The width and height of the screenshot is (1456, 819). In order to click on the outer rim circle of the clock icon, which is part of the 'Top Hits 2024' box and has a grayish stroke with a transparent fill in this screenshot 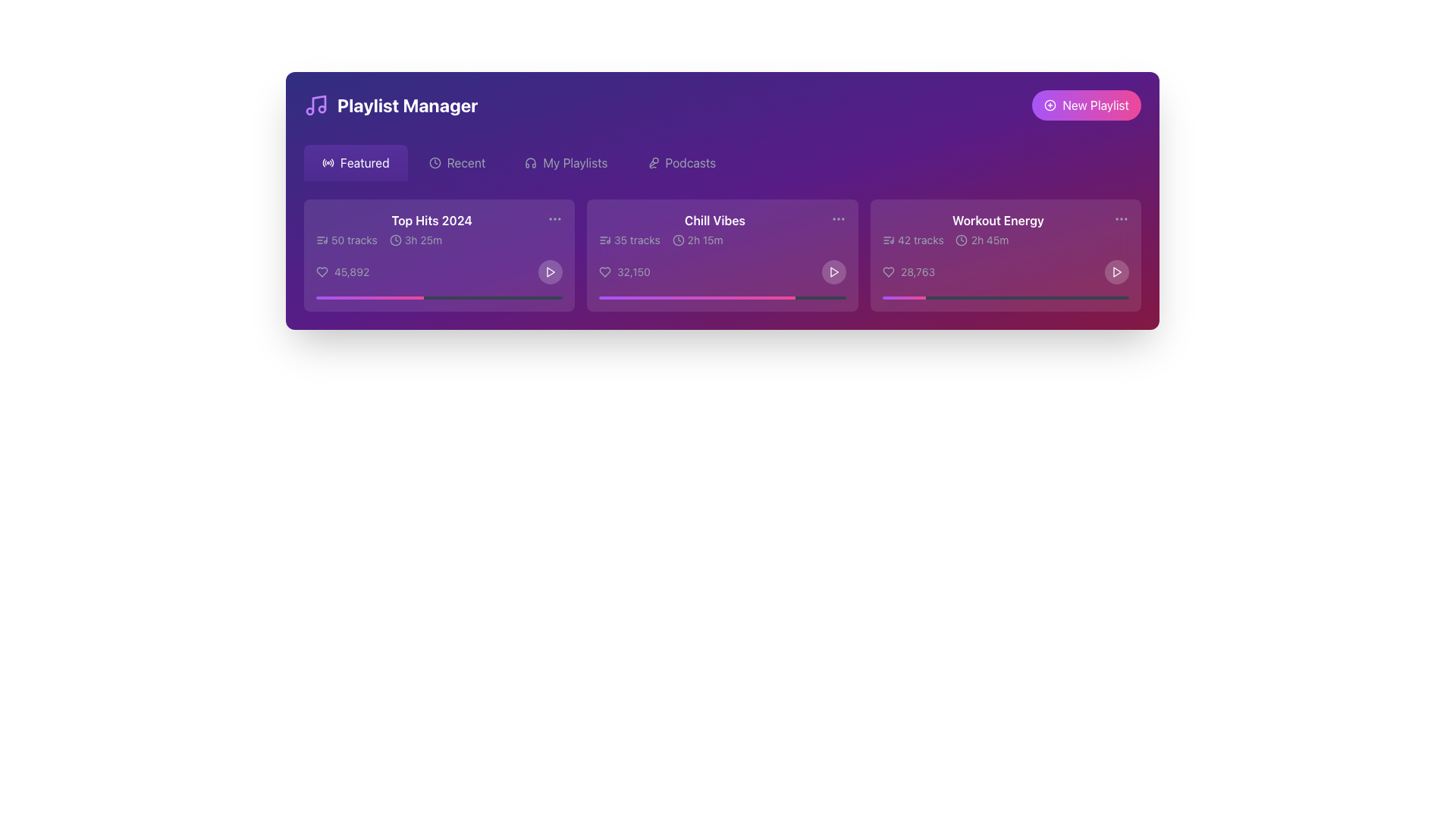, I will do `click(395, 239)`.